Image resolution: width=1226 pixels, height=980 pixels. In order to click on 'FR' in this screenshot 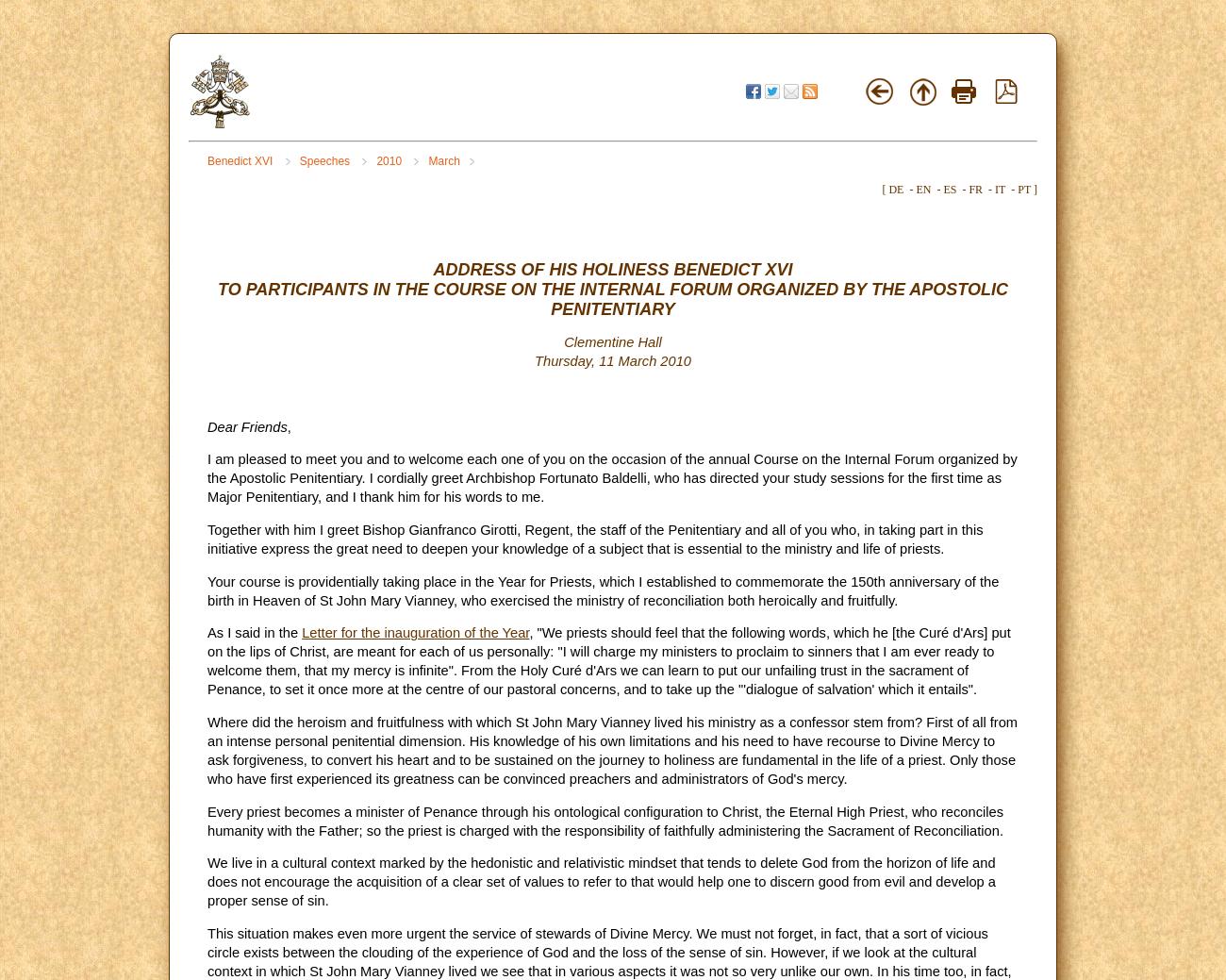, I will do `click(975, 190)`.